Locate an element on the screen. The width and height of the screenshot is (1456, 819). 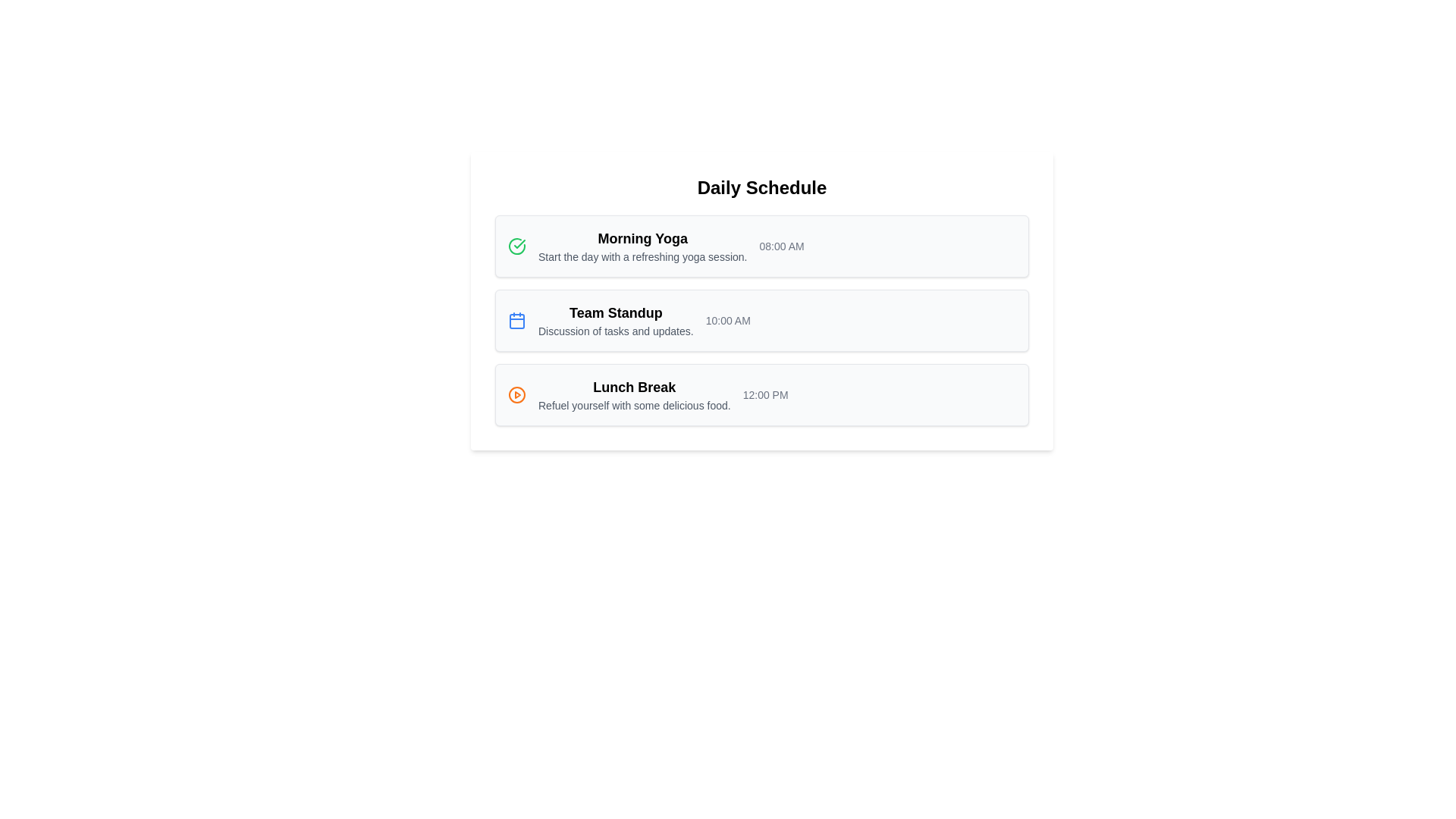
the third entry in the 'Daily Schedule' list, which contains a circular orange icon, the text 'Lunch Break' in bold, a description 'Refuel yourself with some delicious food.' and the time '12:00 PM' on the right is located at coordinates (761, 394).